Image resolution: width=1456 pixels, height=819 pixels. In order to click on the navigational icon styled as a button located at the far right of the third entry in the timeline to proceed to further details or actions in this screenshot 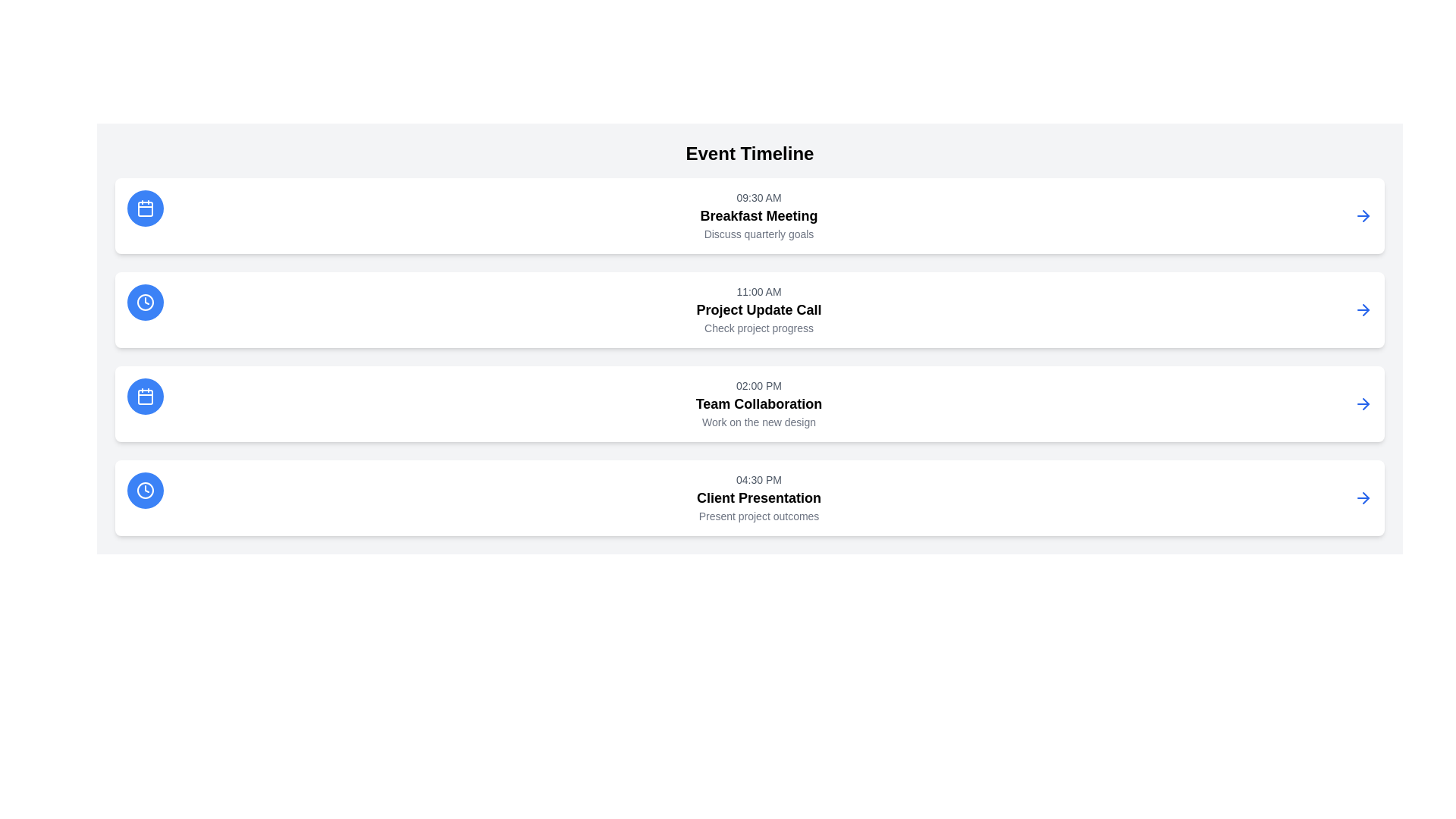, I will do `click(1363, 403)`.